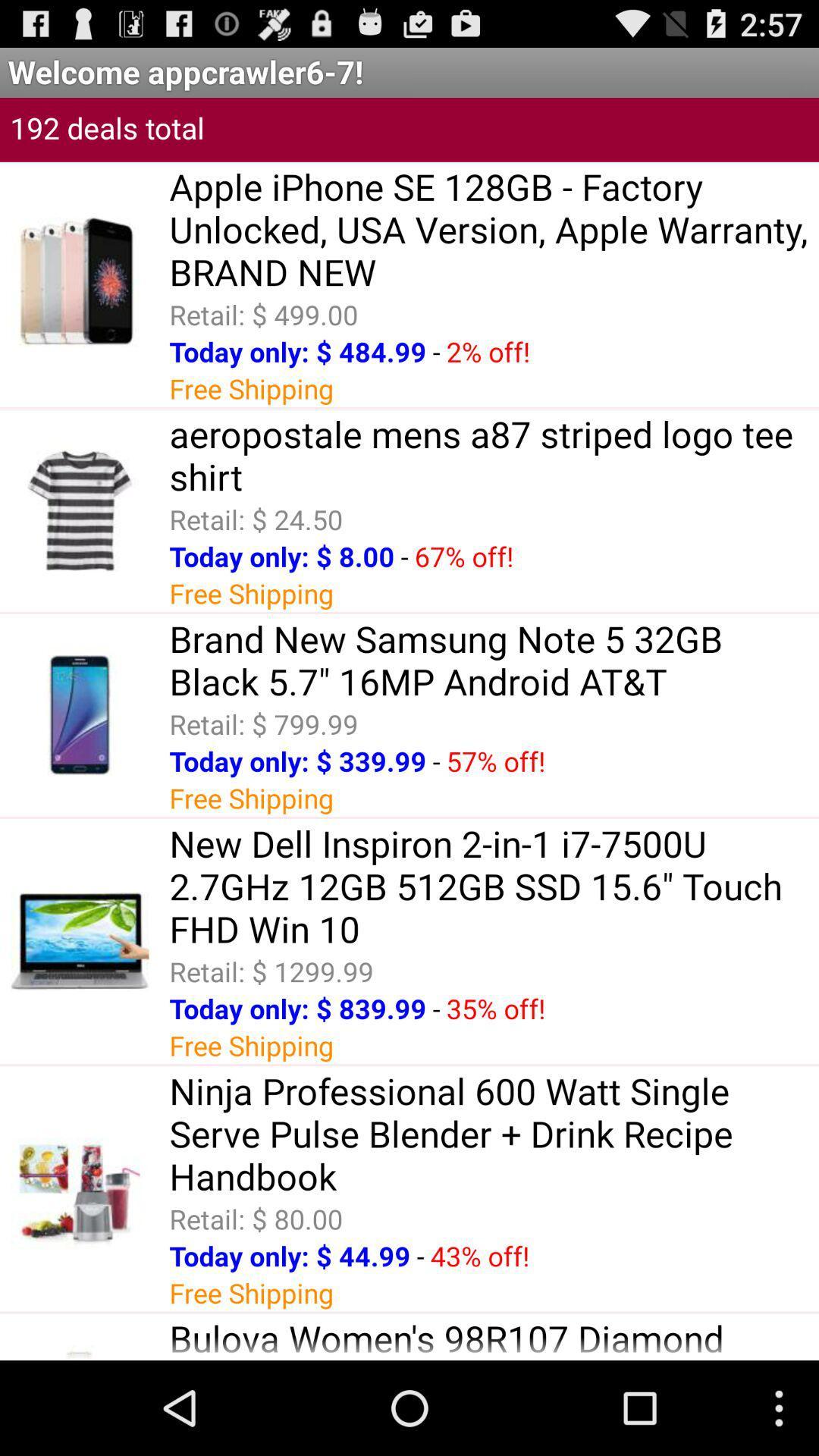 This screenshot has height=1456, width=819. I want to click on app to the right of the today only 484 item, so click(436, 350).